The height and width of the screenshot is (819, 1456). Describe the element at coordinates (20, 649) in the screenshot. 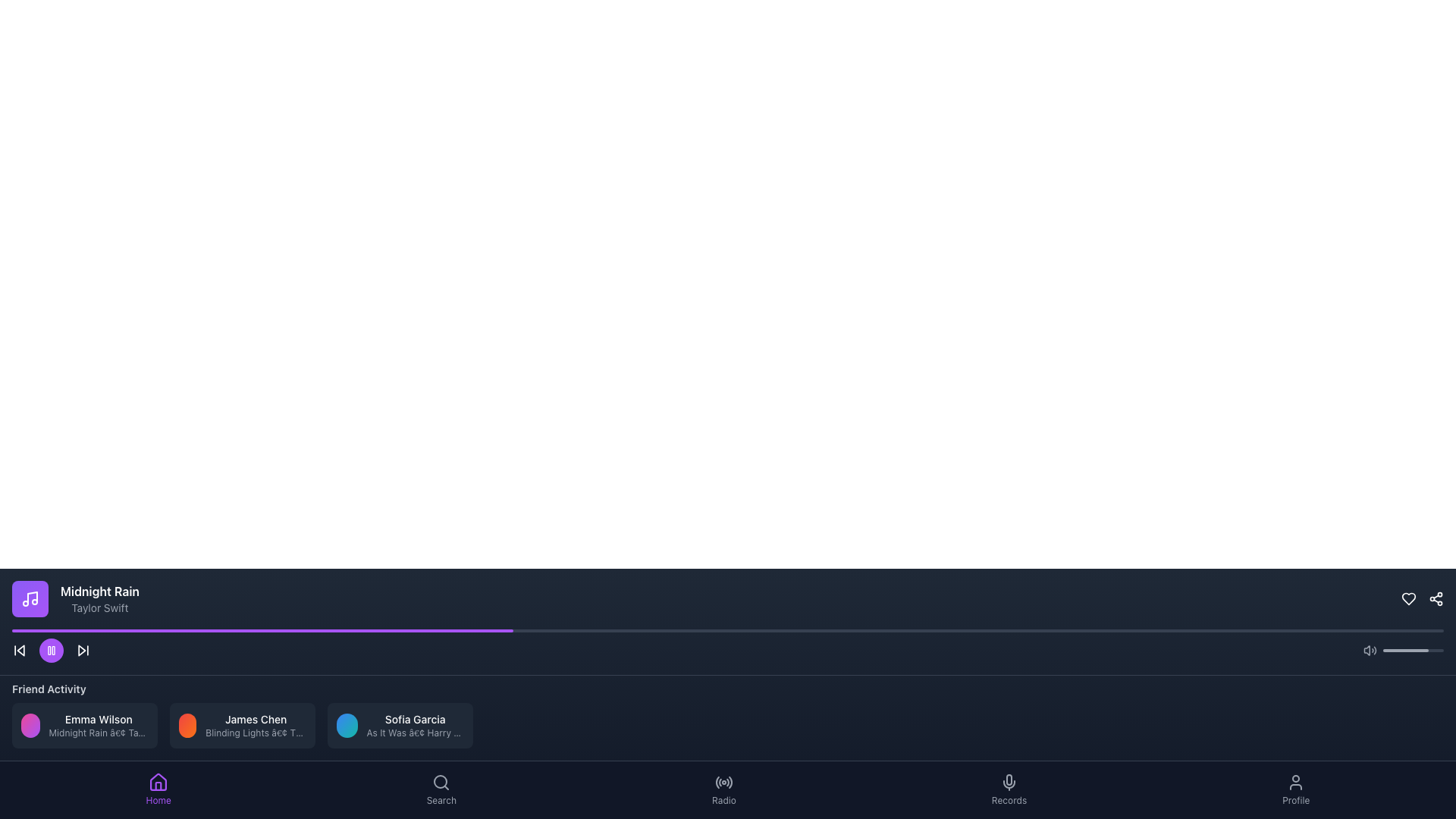

I see `the left-pointing triangular arrow icon to skip to the previous media track` at that location.